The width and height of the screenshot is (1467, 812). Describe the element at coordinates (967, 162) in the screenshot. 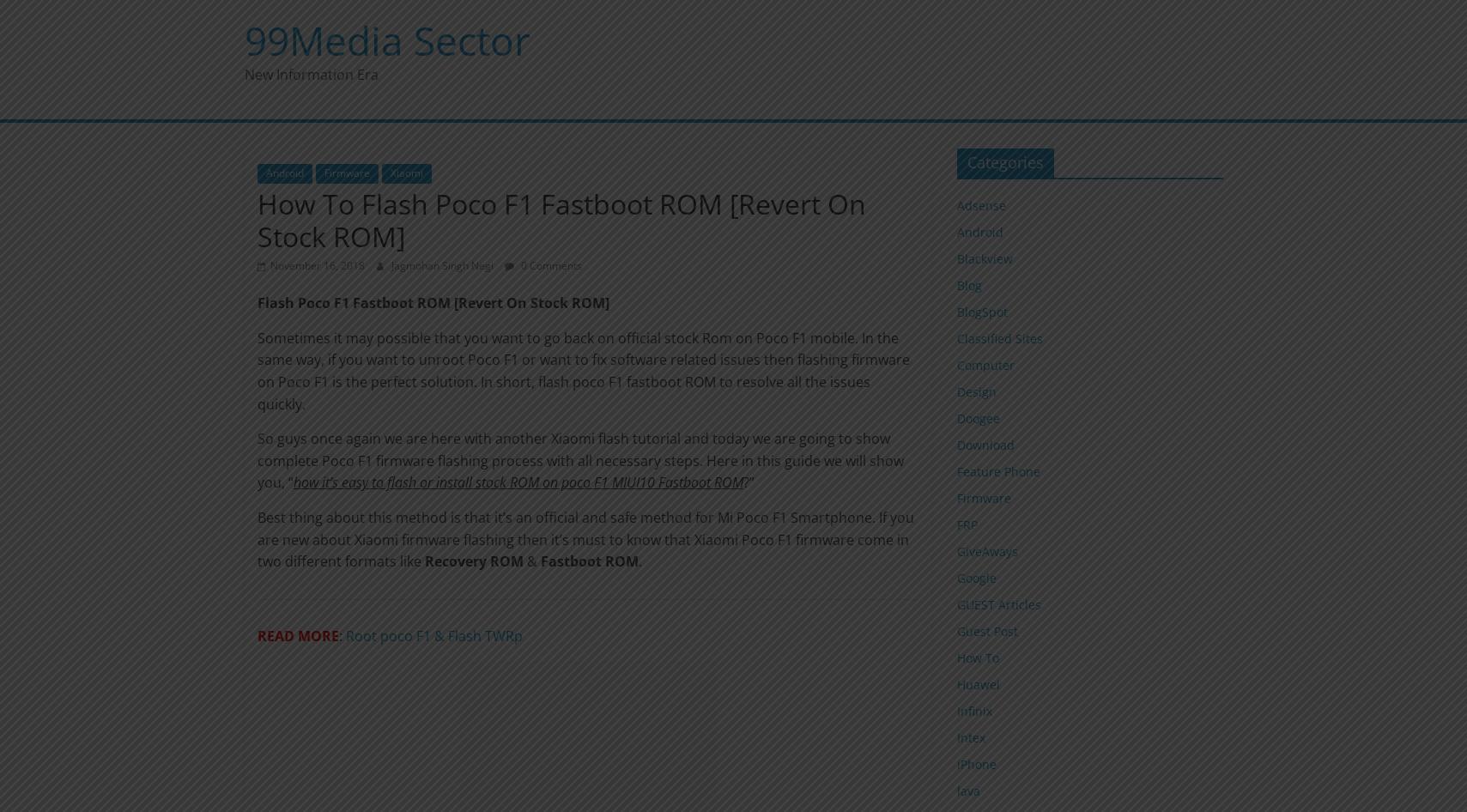

I see `'Categories'` at that location.